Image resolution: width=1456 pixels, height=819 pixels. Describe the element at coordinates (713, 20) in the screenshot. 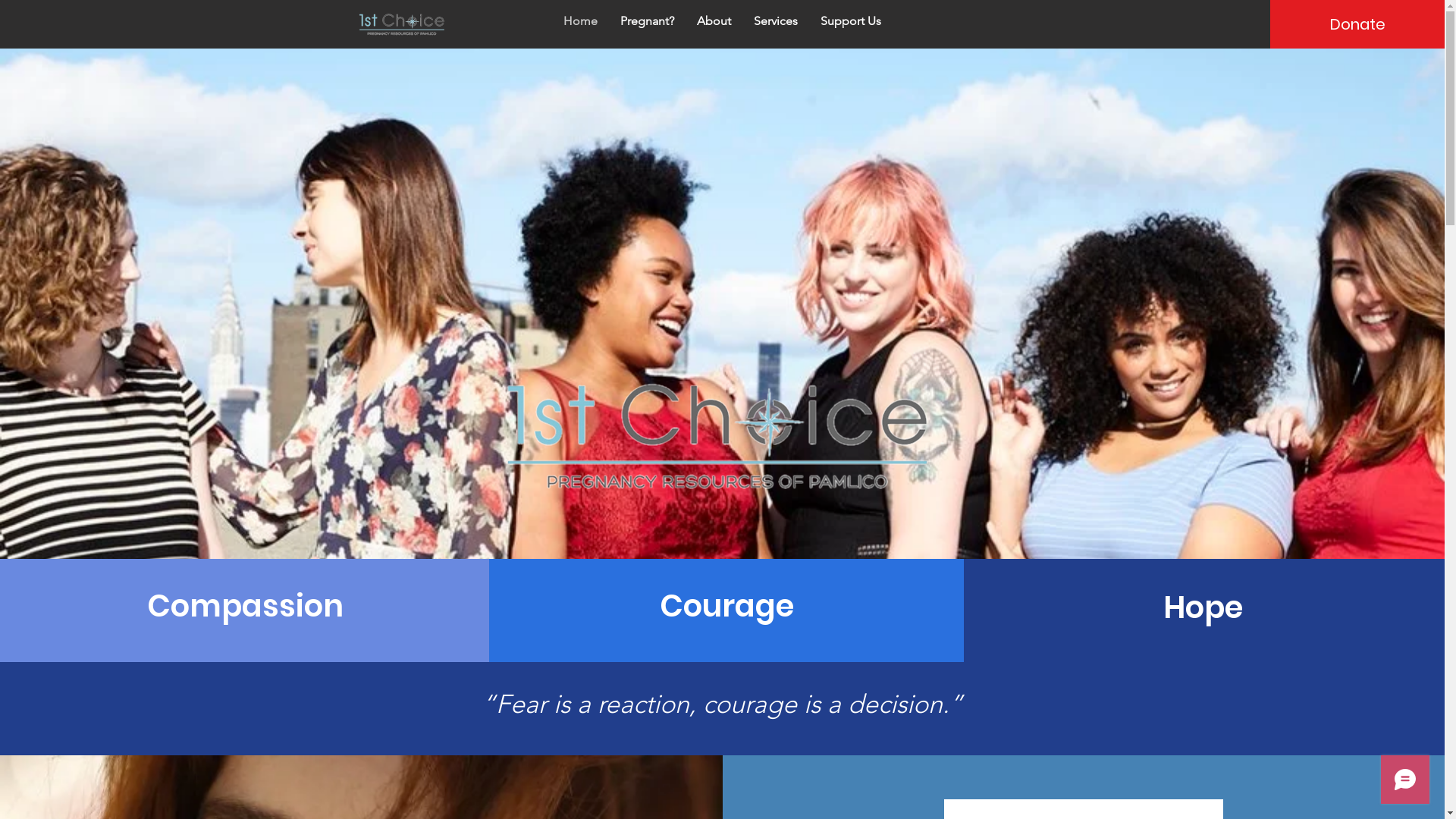

I see `'About'` at that location.